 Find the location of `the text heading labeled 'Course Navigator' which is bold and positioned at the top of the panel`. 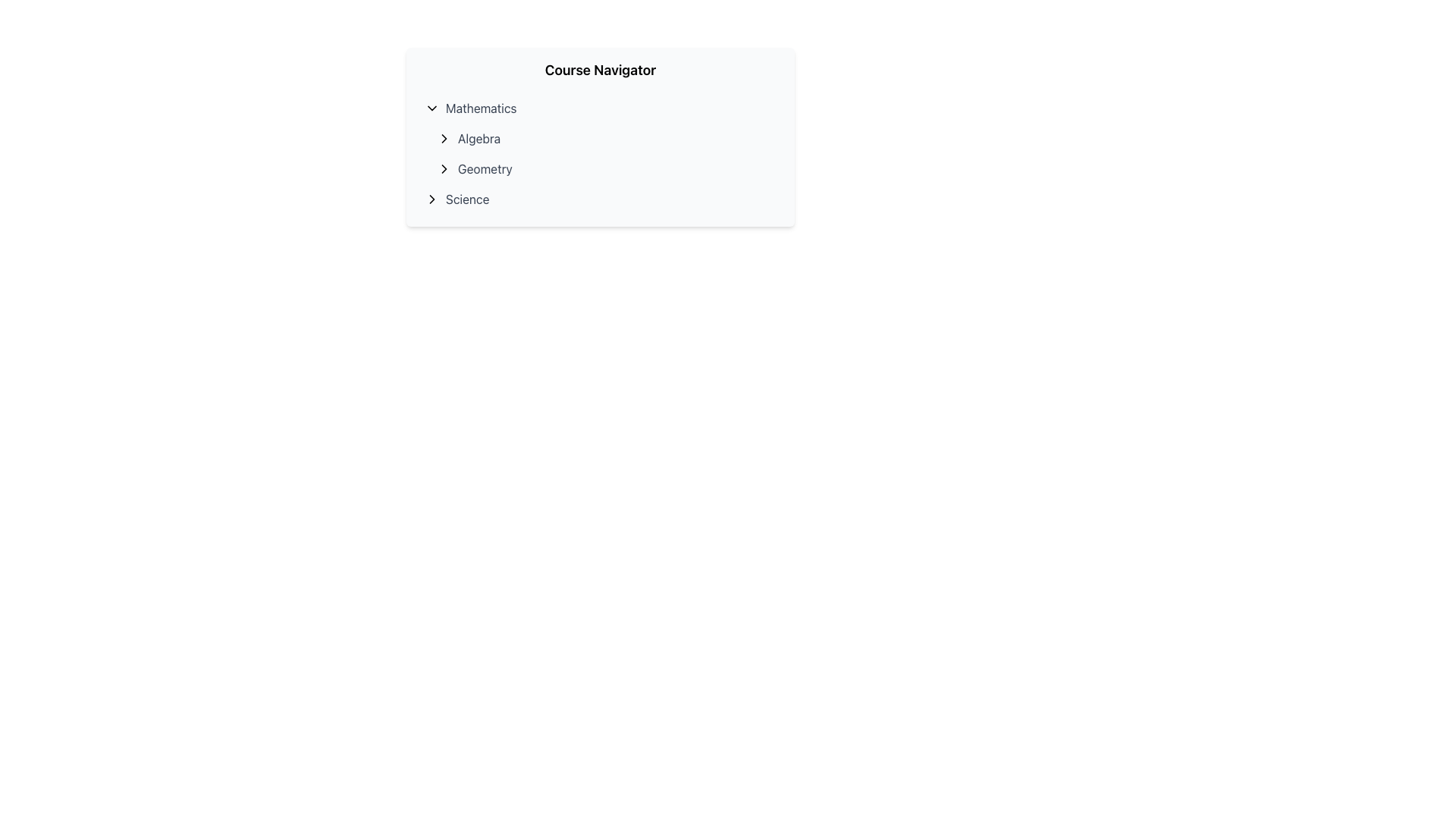

the text heading labeled 'Course Navigator' which is bold and positioned at the top of the panel is located at coordinates (600, 70).